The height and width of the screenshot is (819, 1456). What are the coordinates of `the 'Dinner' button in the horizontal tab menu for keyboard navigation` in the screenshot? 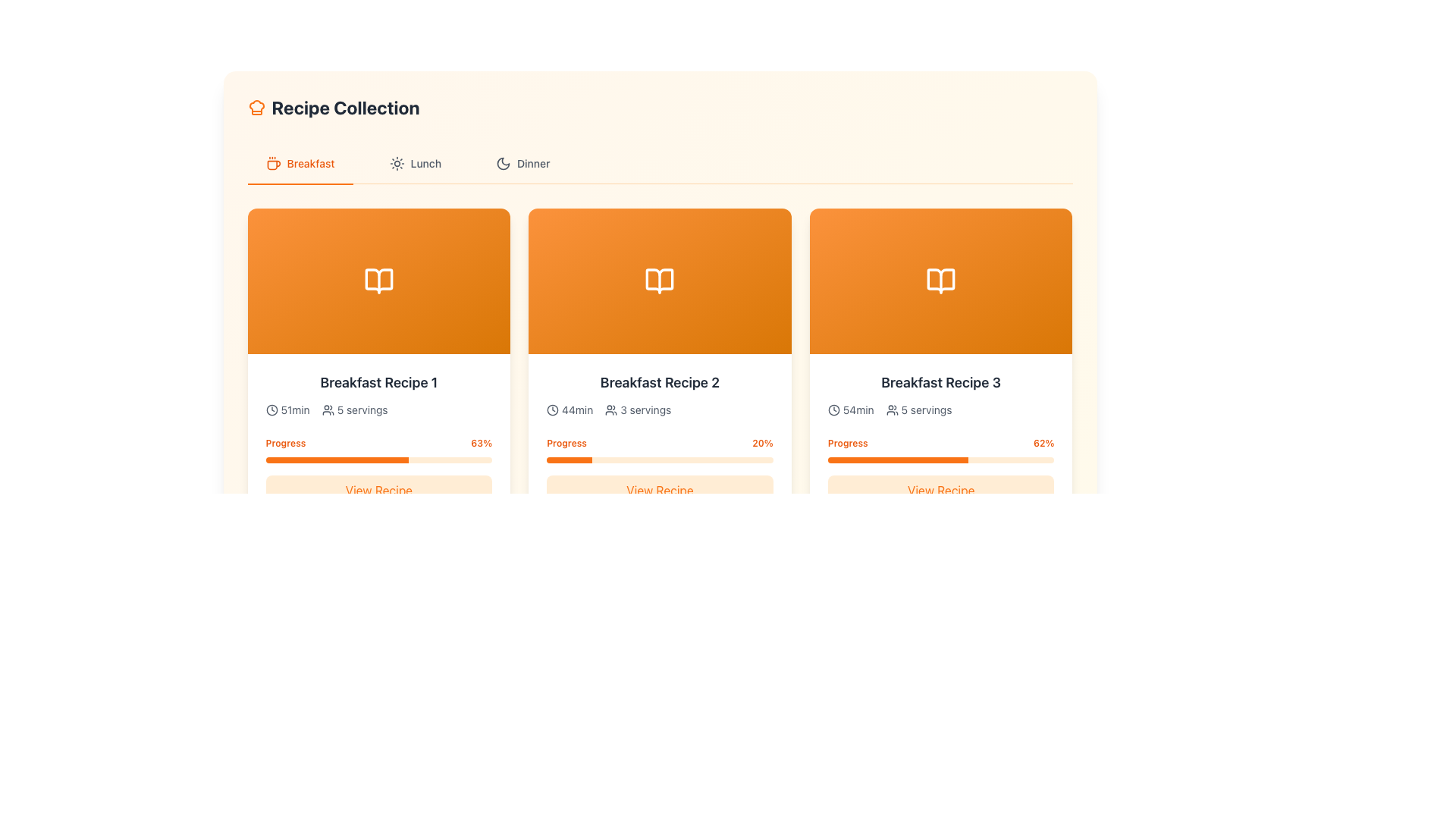 It's located at (522, 164).